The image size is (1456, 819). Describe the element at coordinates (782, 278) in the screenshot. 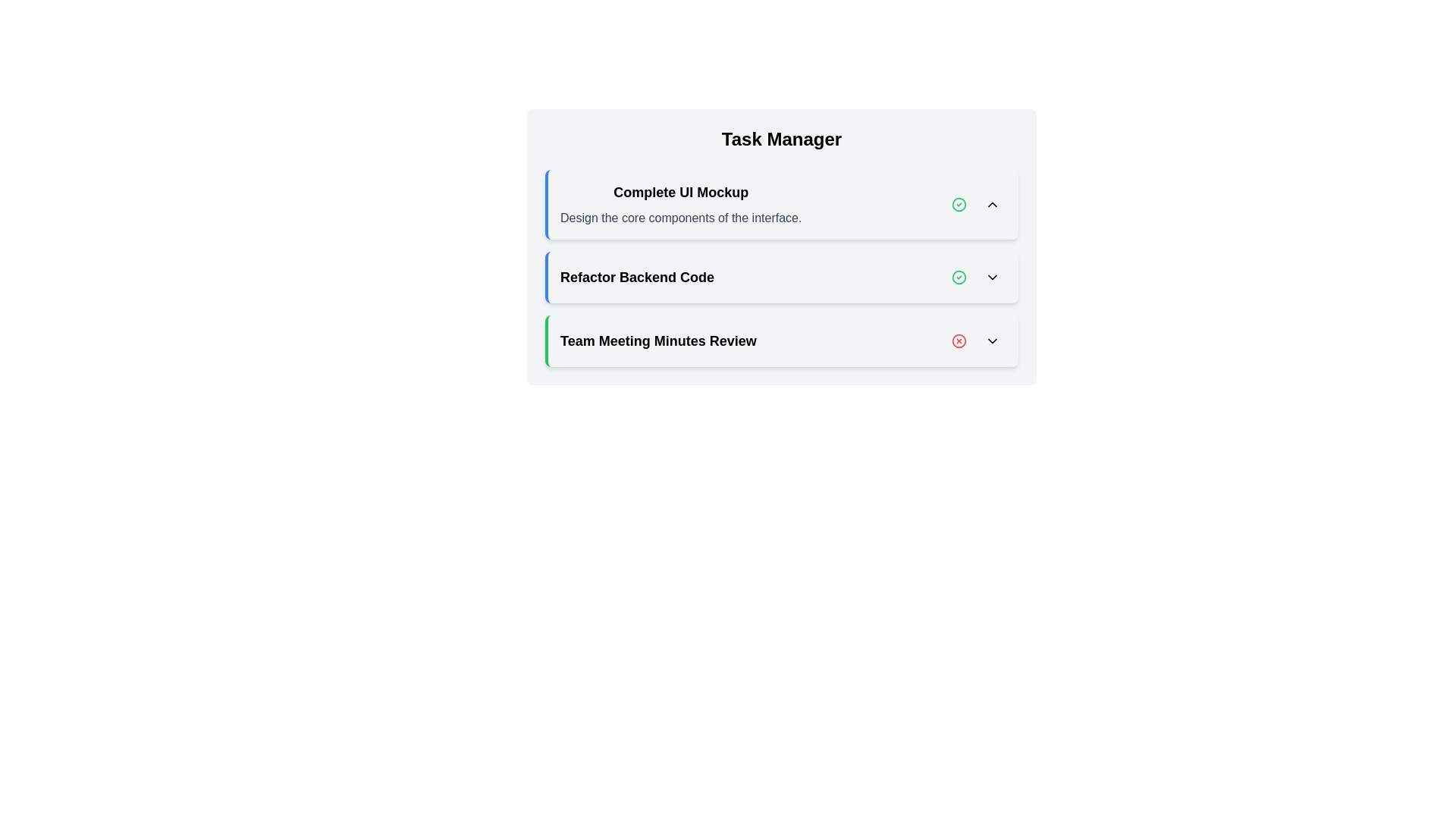

I see `the list item with the bold black text 'Refactor Backend Code' for keyboard navigation` at that location.